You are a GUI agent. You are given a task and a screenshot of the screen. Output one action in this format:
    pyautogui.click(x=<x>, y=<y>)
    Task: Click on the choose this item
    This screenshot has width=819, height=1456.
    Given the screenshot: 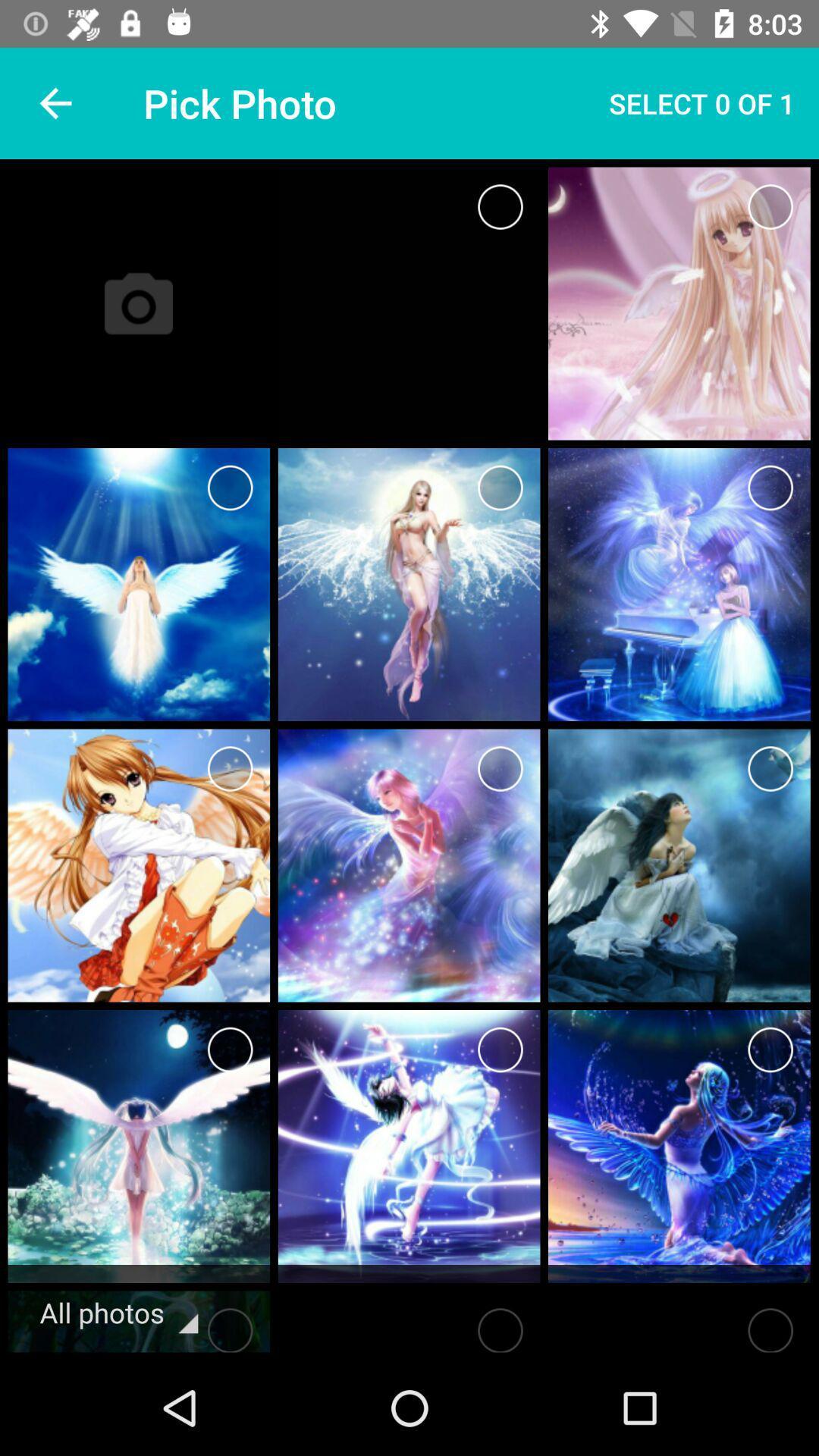 What is the action you would take?
    pyautogui.click(x=500, y=1325)
    